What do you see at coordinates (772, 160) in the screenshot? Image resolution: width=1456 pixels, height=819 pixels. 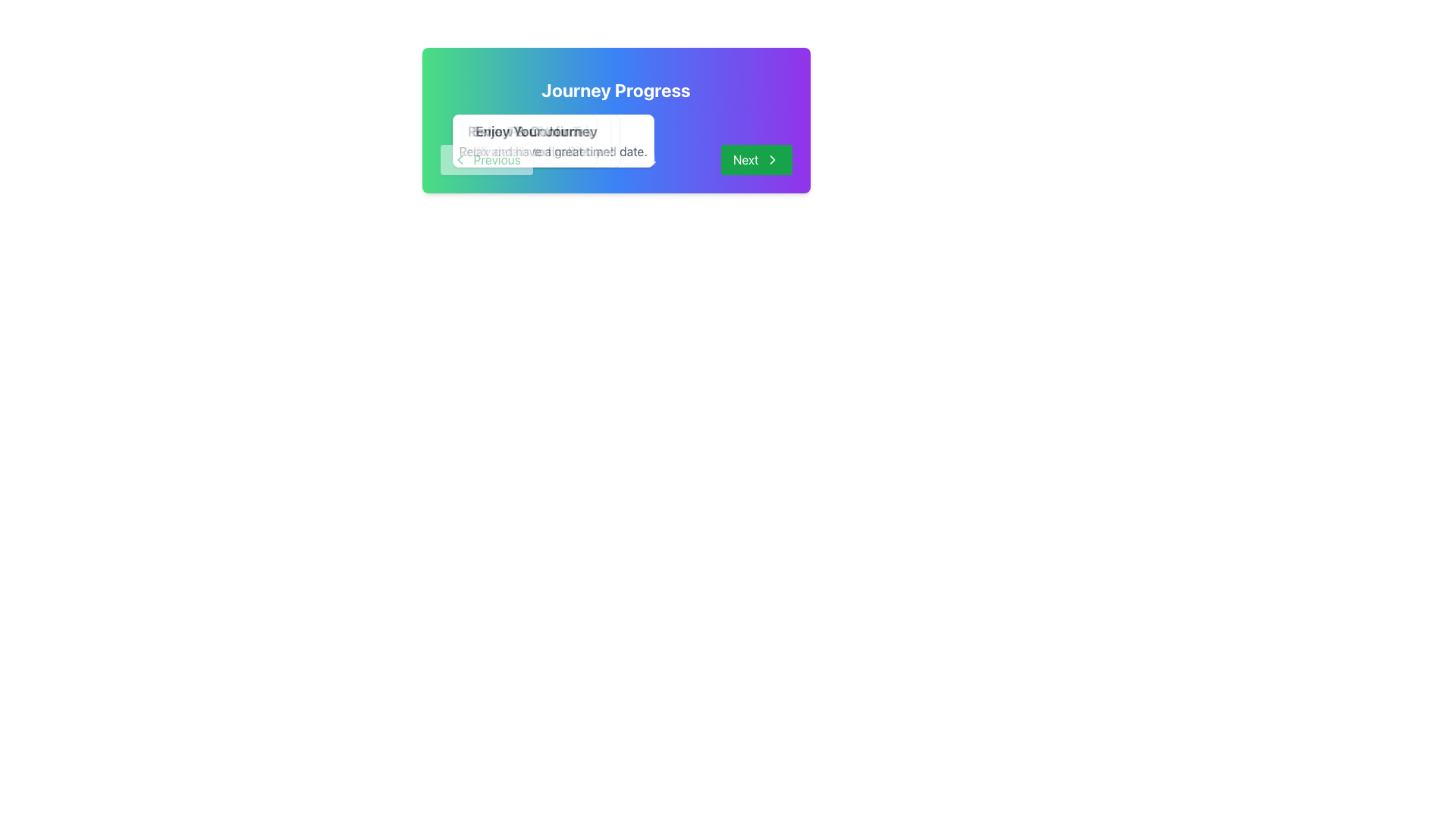 I see `the rightward pointing arrow icon that is part of the green 'Next' button` at bounding box center [772, 160].